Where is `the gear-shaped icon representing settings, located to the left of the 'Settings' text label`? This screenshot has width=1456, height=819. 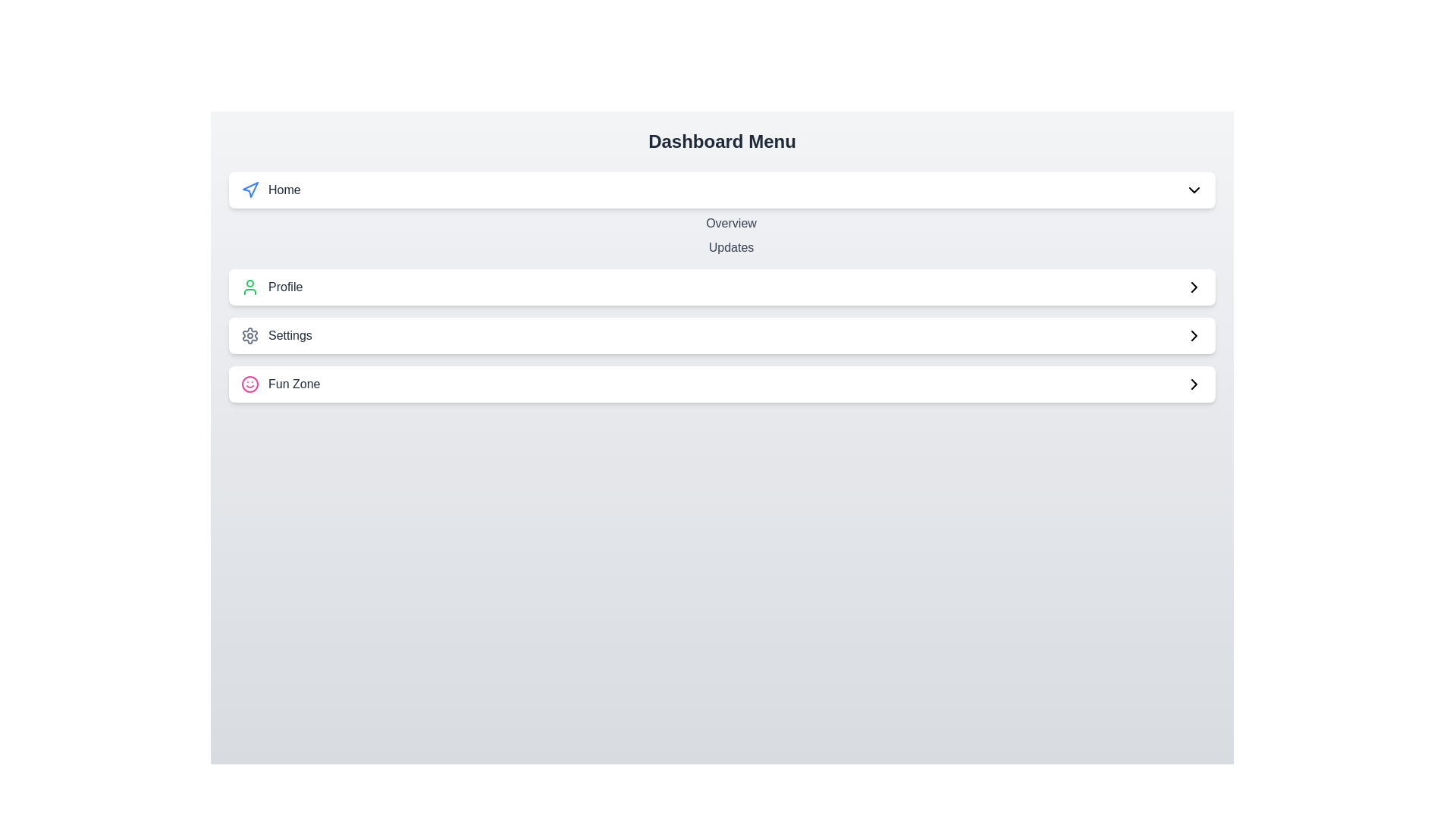 the gear-shaped icon representing settings, located to the left of the 'Settings' text label is located at coordinates (250, 335).